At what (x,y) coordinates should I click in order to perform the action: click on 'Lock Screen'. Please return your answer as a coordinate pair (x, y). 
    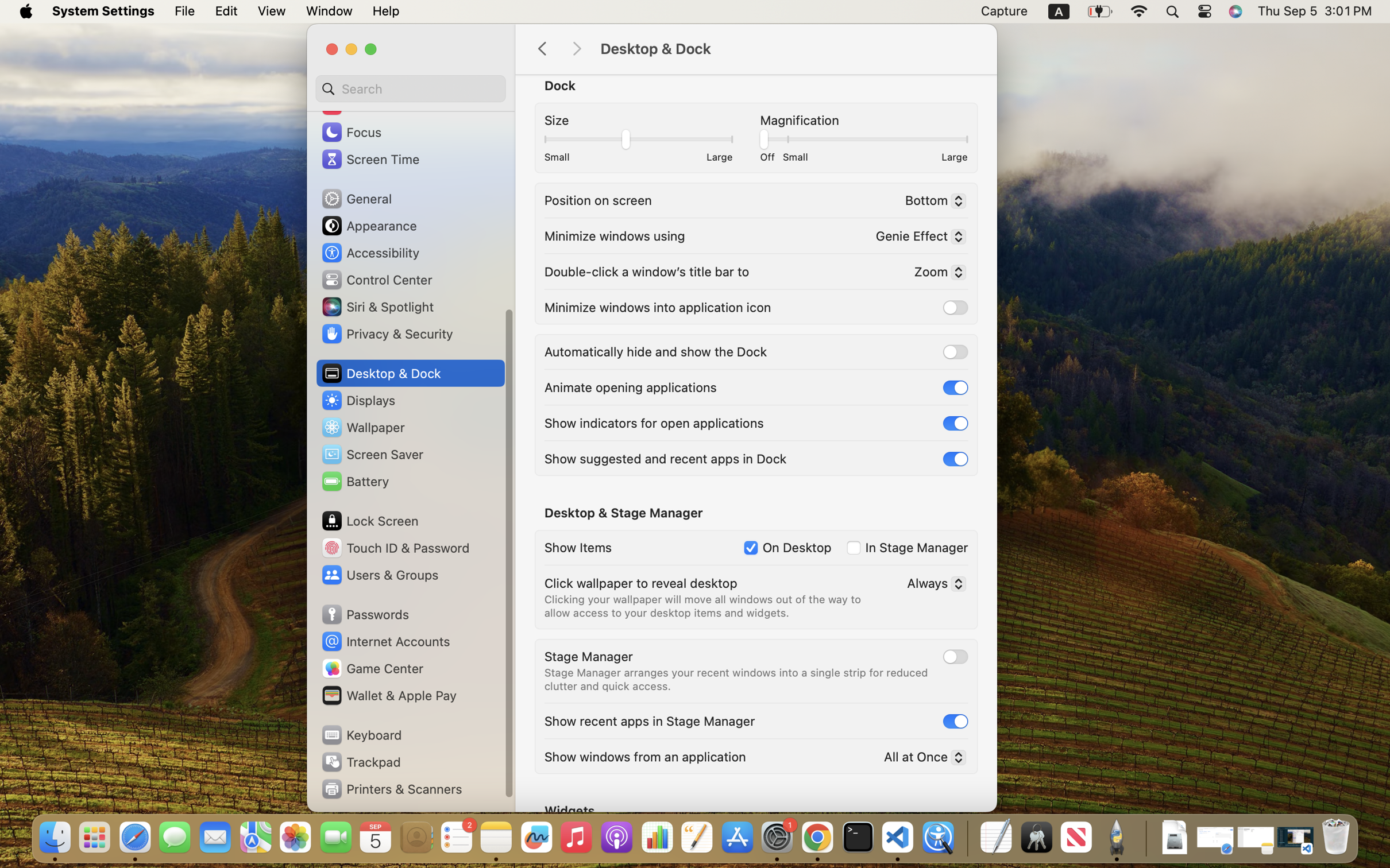
    Looking at the image, I should click on (370, 520).